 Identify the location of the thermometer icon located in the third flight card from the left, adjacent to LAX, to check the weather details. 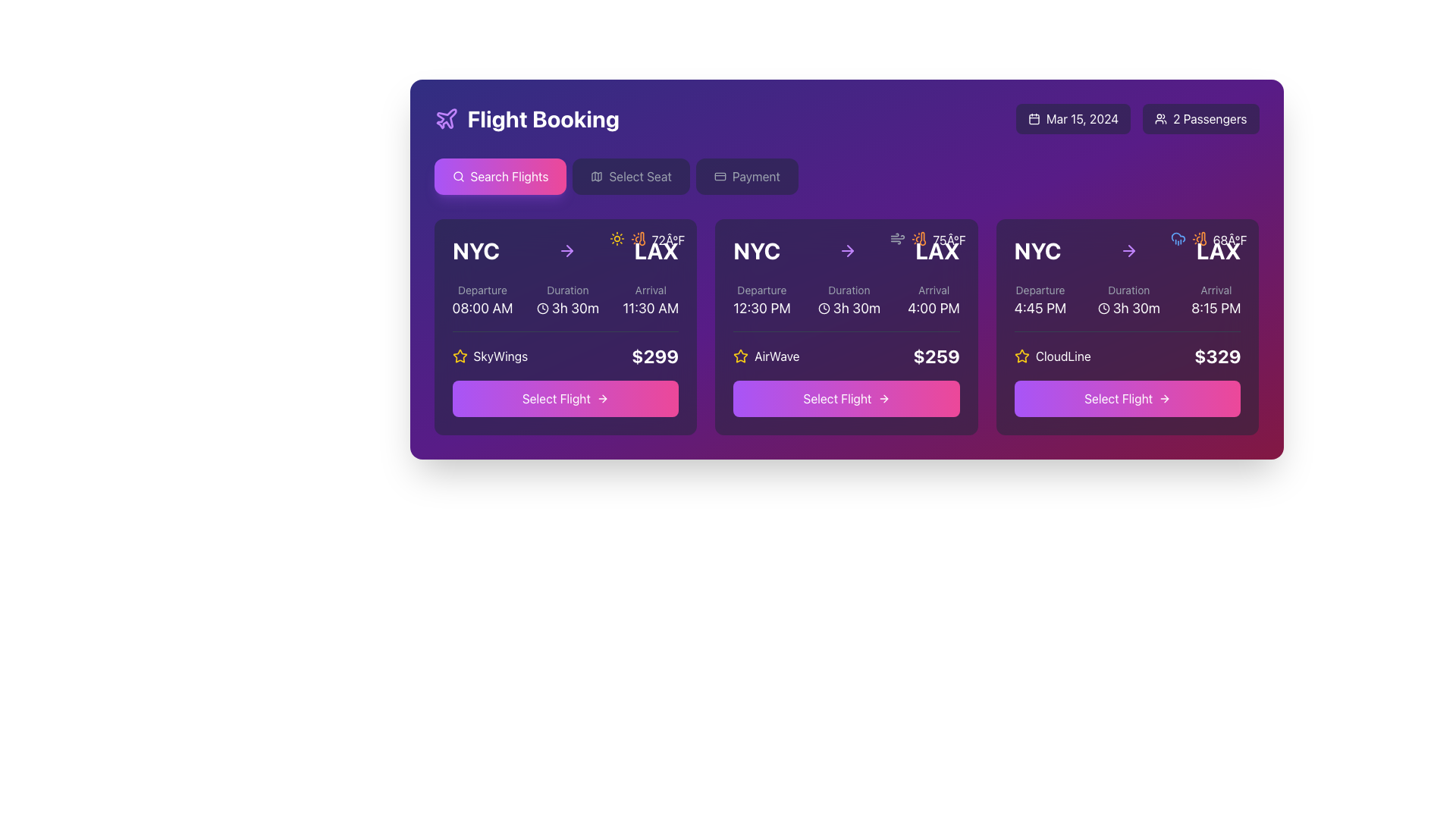
(1202, 239).